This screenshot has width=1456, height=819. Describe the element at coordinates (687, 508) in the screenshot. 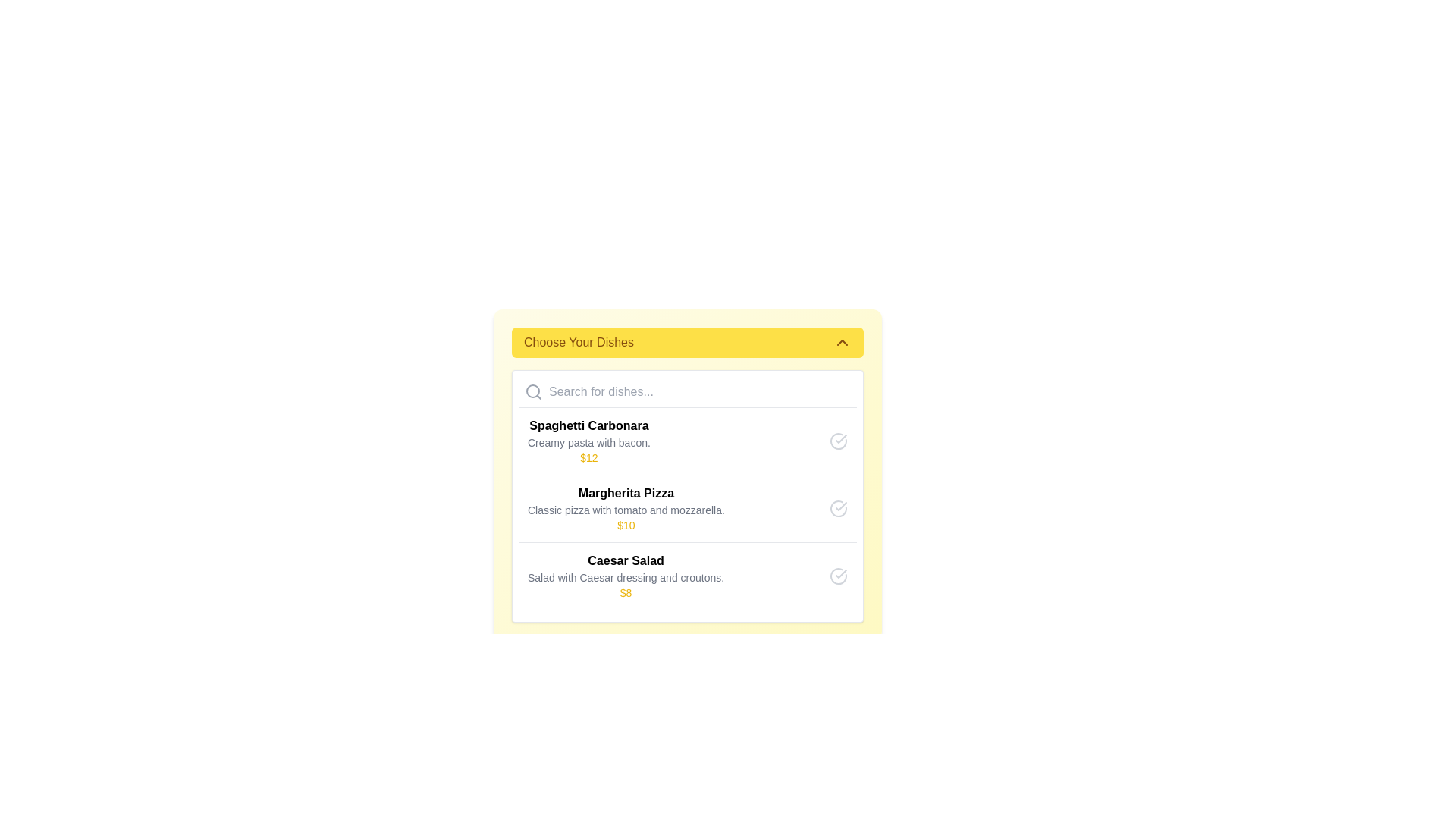

I see `the second menu item in the vertical list, which is positioned between 'Spaghetti Carbonara' and 'Caesar Salad'` at that location.